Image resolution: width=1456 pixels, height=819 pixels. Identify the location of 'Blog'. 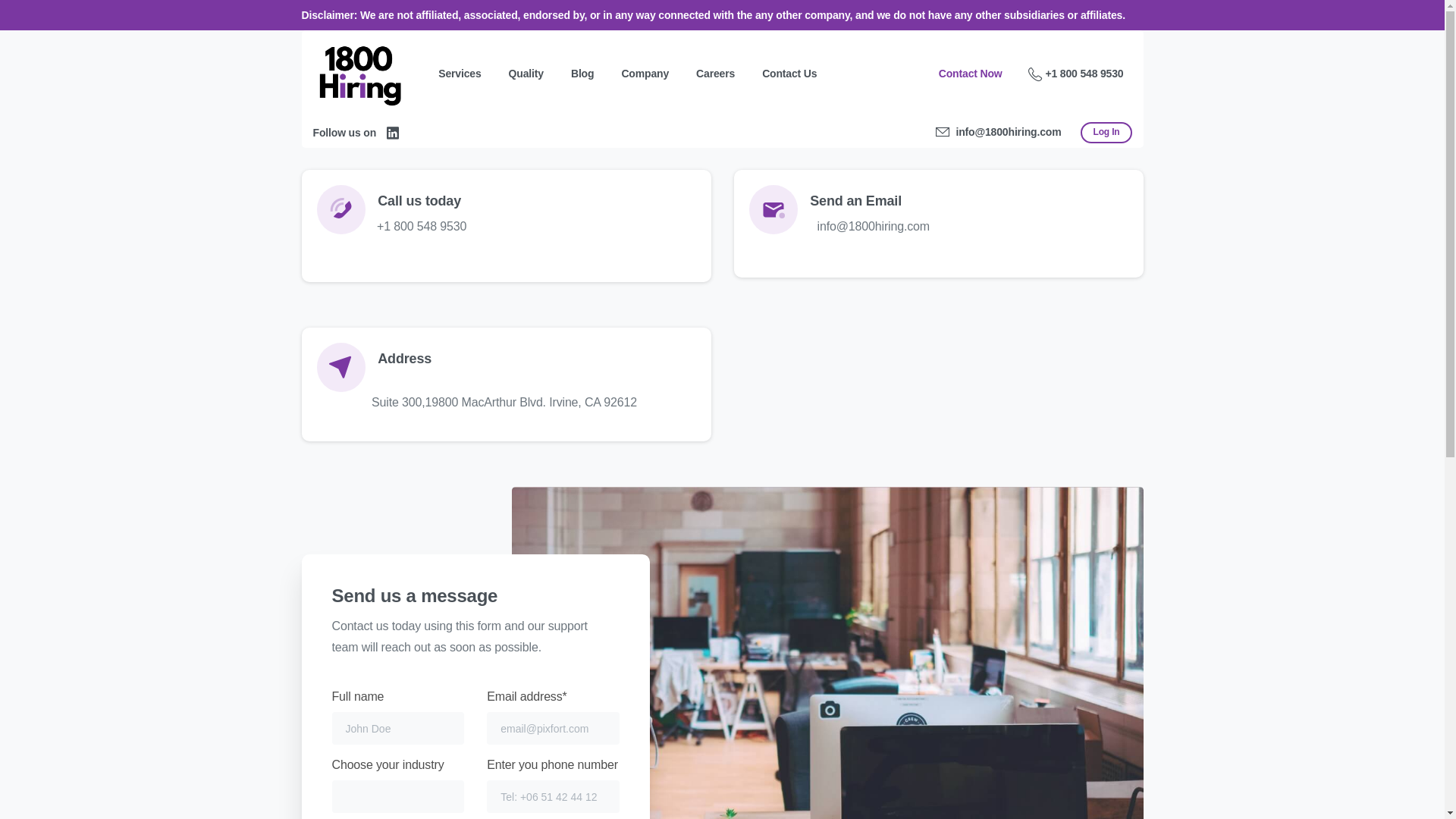
(582, 74).